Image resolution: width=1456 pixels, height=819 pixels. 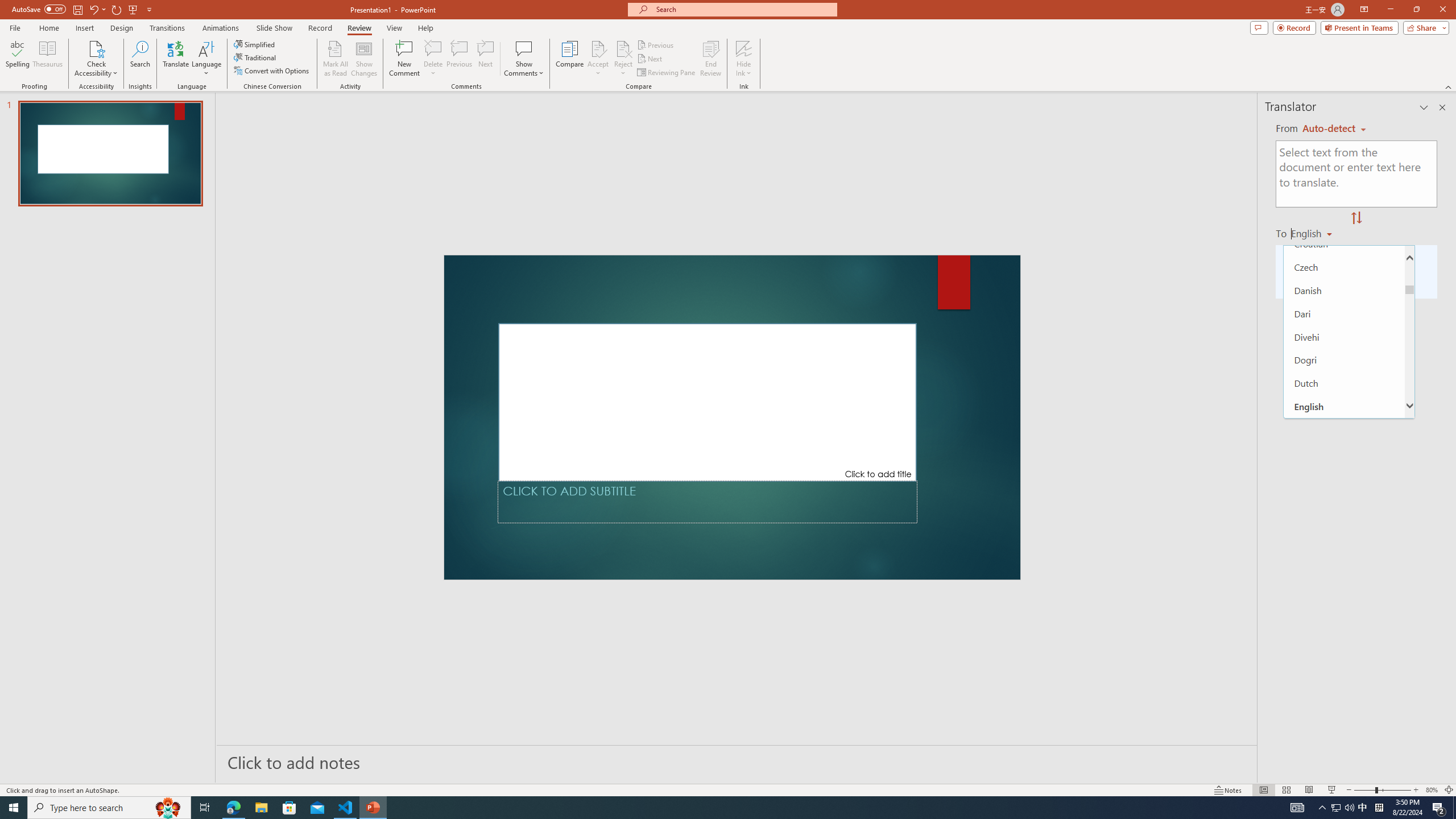 I want to click on 'Hide Ink', so click(x=744, y=48).